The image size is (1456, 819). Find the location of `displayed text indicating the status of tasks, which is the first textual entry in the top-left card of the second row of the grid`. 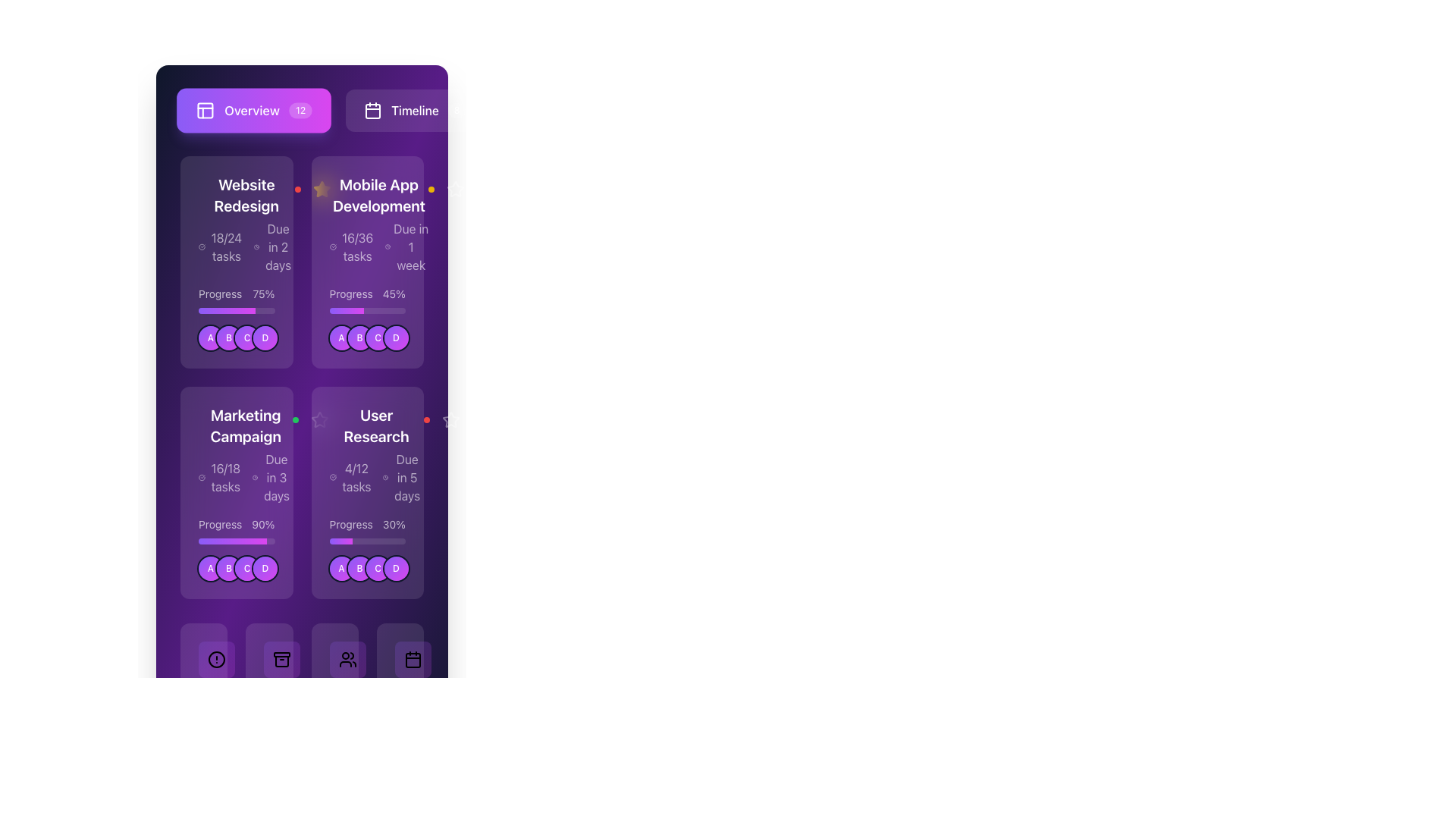

displayed text indicating the status of tasks, which is the first textual entry in the top-left card of the second row of the grid is located at coordinates (221, 246).